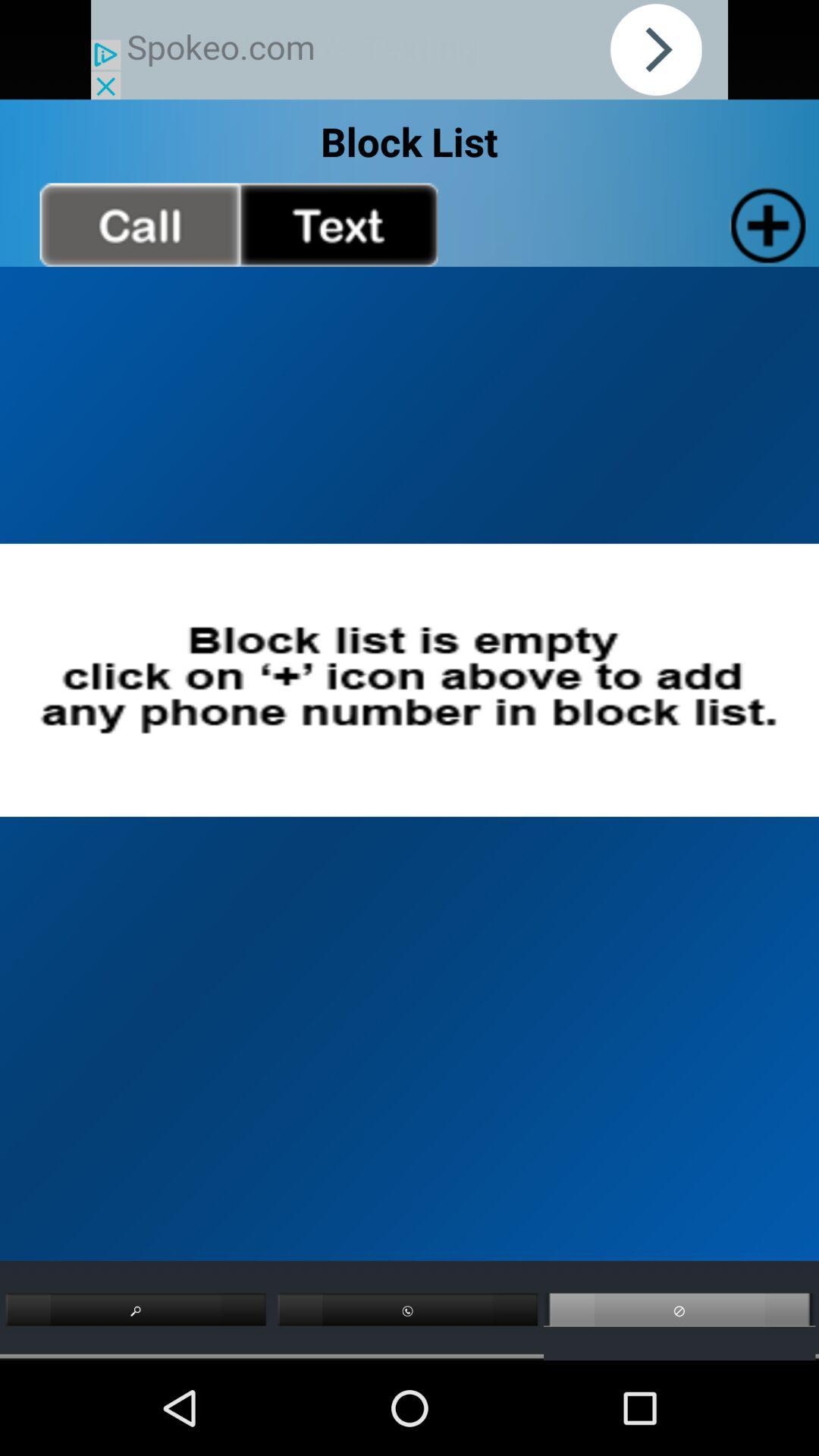 The image size is (819, 1456). What do you see at coordinates (409, 49) in the screenshot?
I see `advertisement` at bounding box center [409, 49].